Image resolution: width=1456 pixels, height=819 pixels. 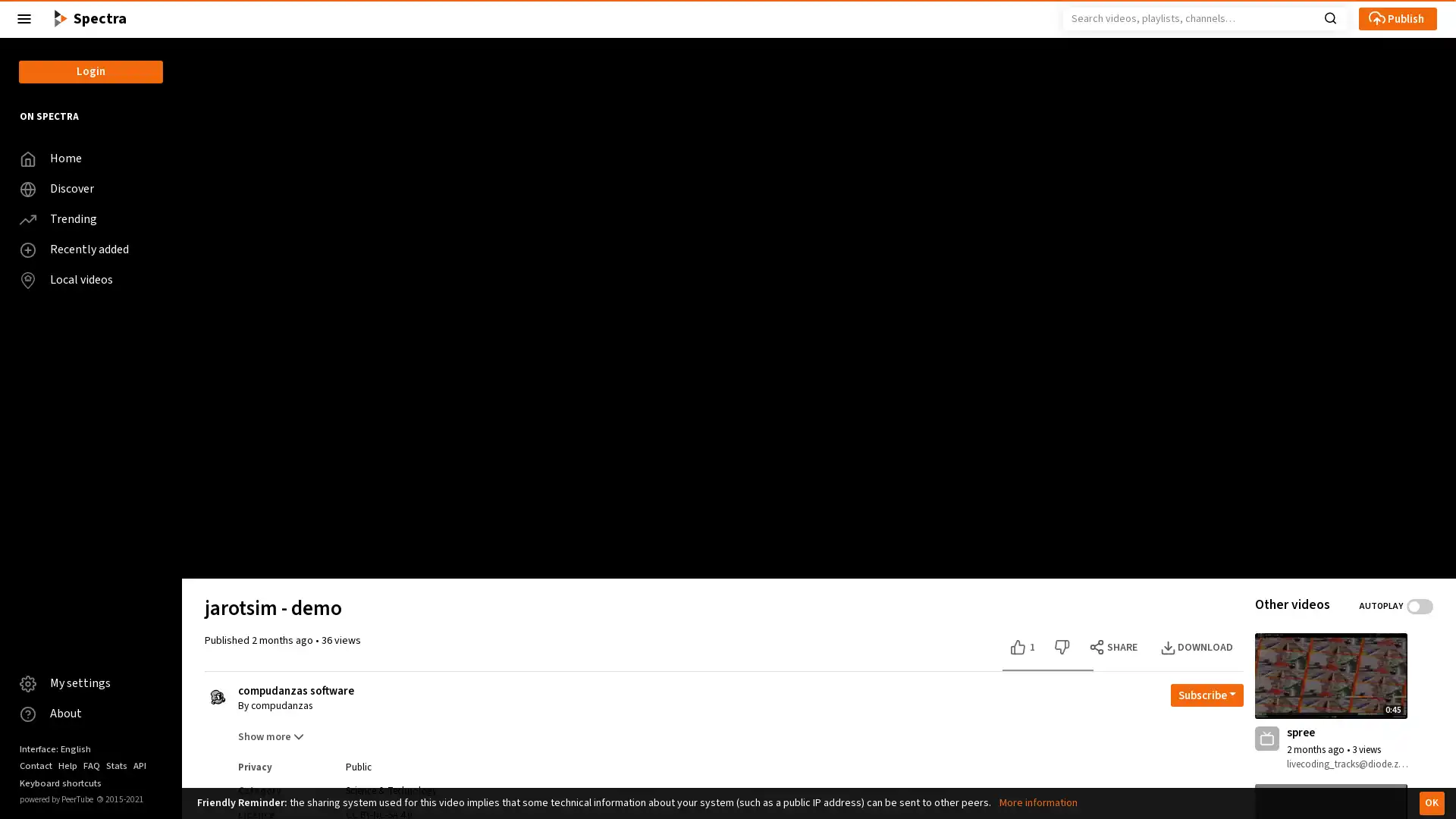 What do you see at coordinates (1114, 647) in the screenshot?
I see `SHARE` at bounding box center [1114, 647].